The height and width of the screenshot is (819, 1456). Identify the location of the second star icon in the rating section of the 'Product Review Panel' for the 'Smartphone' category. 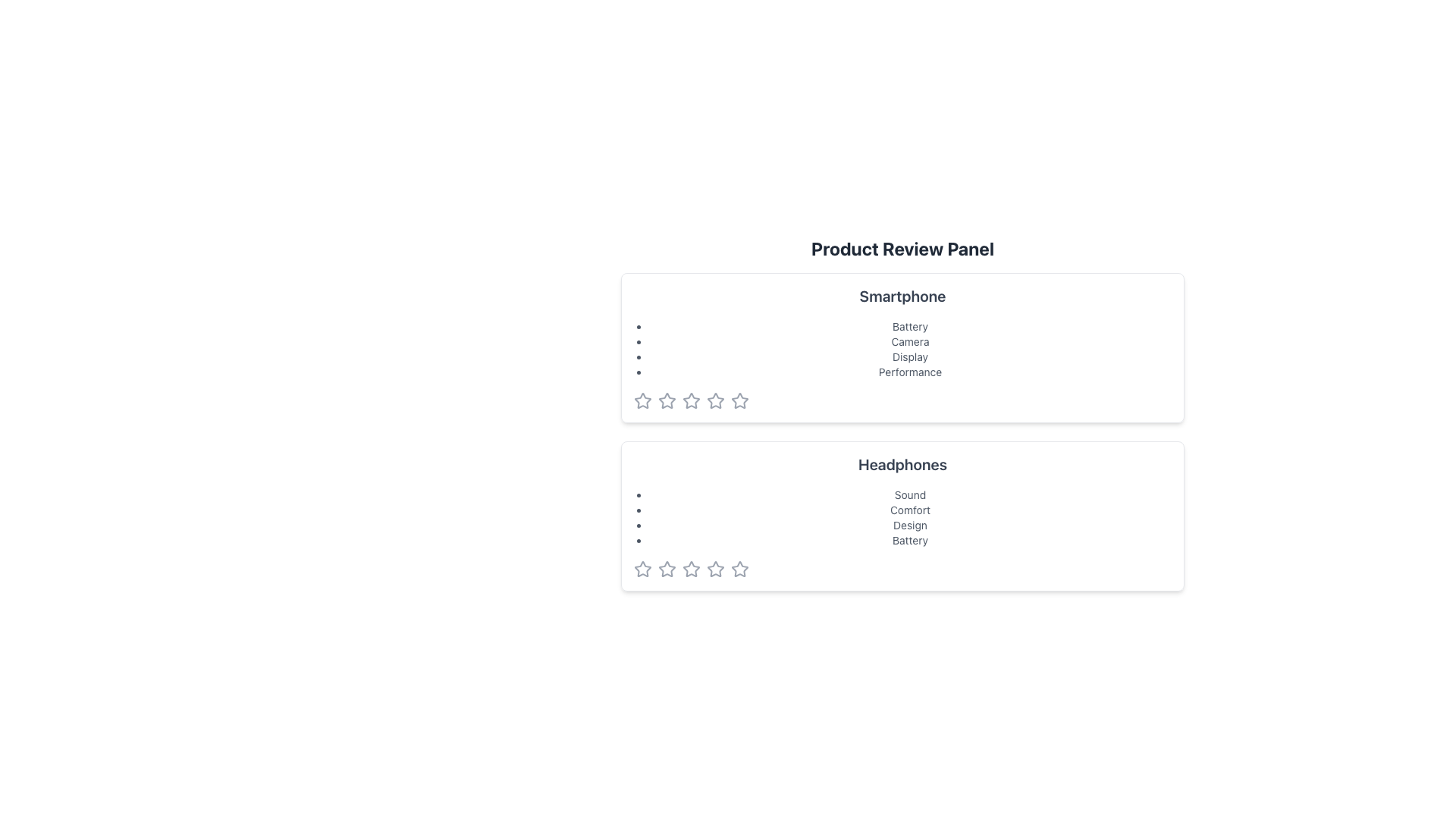
(715, 400).